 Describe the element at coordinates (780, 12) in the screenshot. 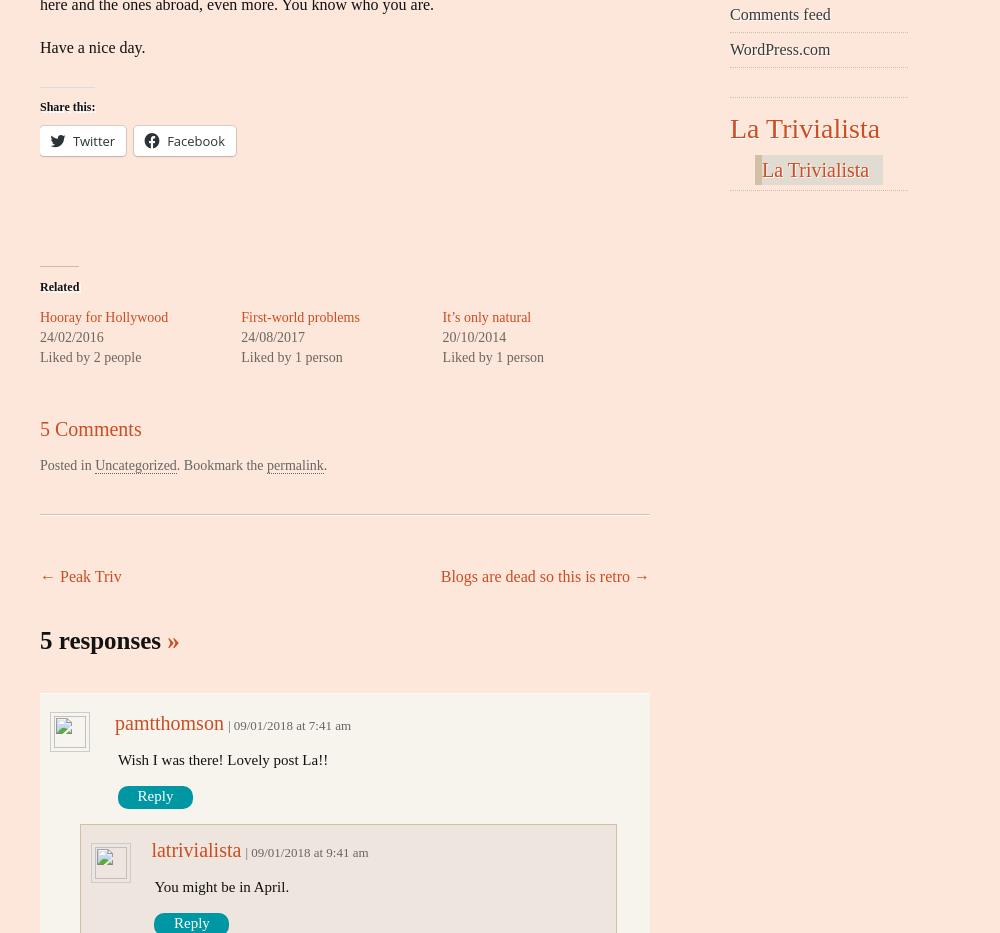

I see `'Comments feed'` at that location.